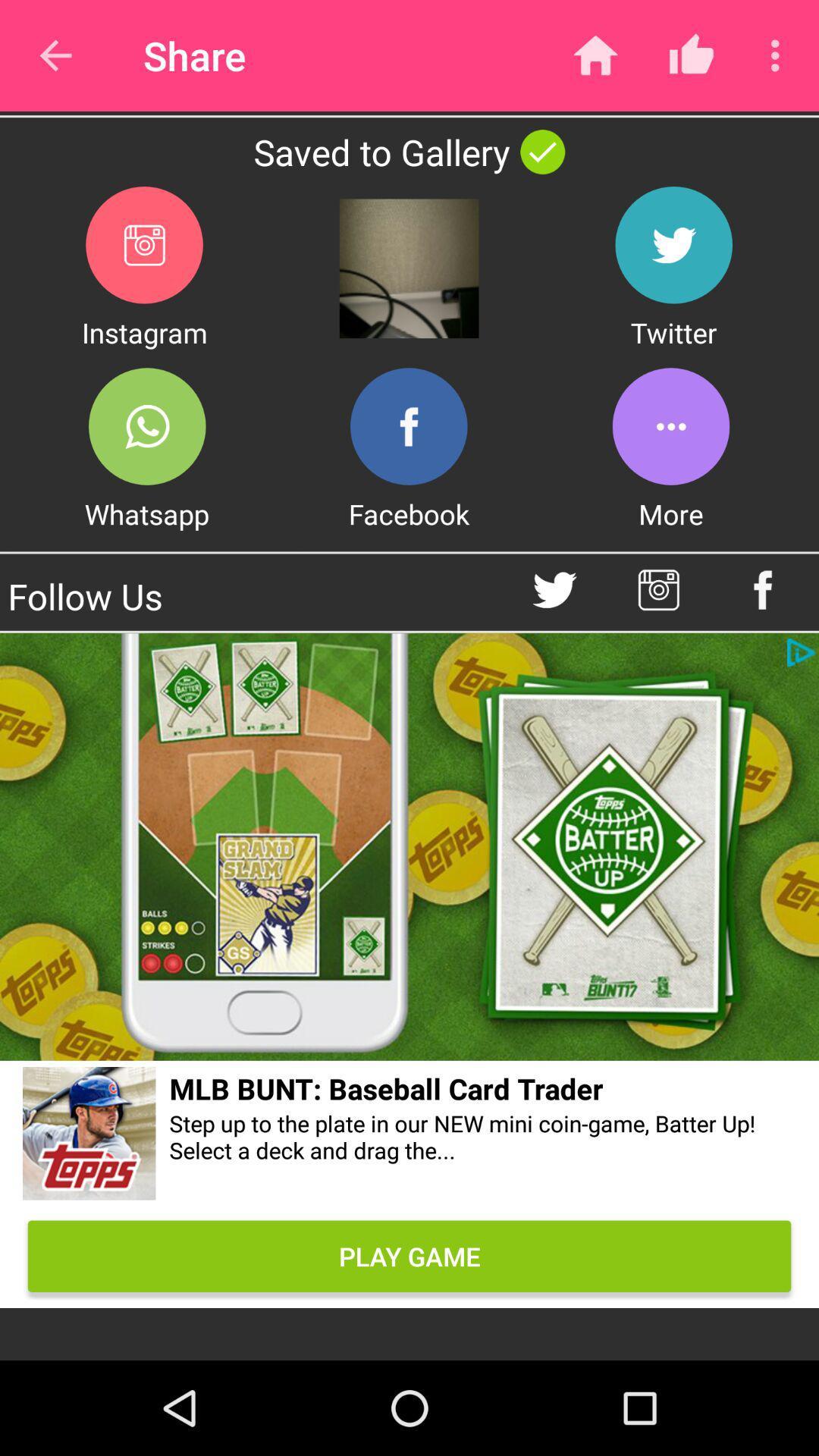 Image resolution: width=819 pixels, height=1456 pixels. Describe the element at coordinates (670, 425) in the screenshot. I see `the more icon` at that location.